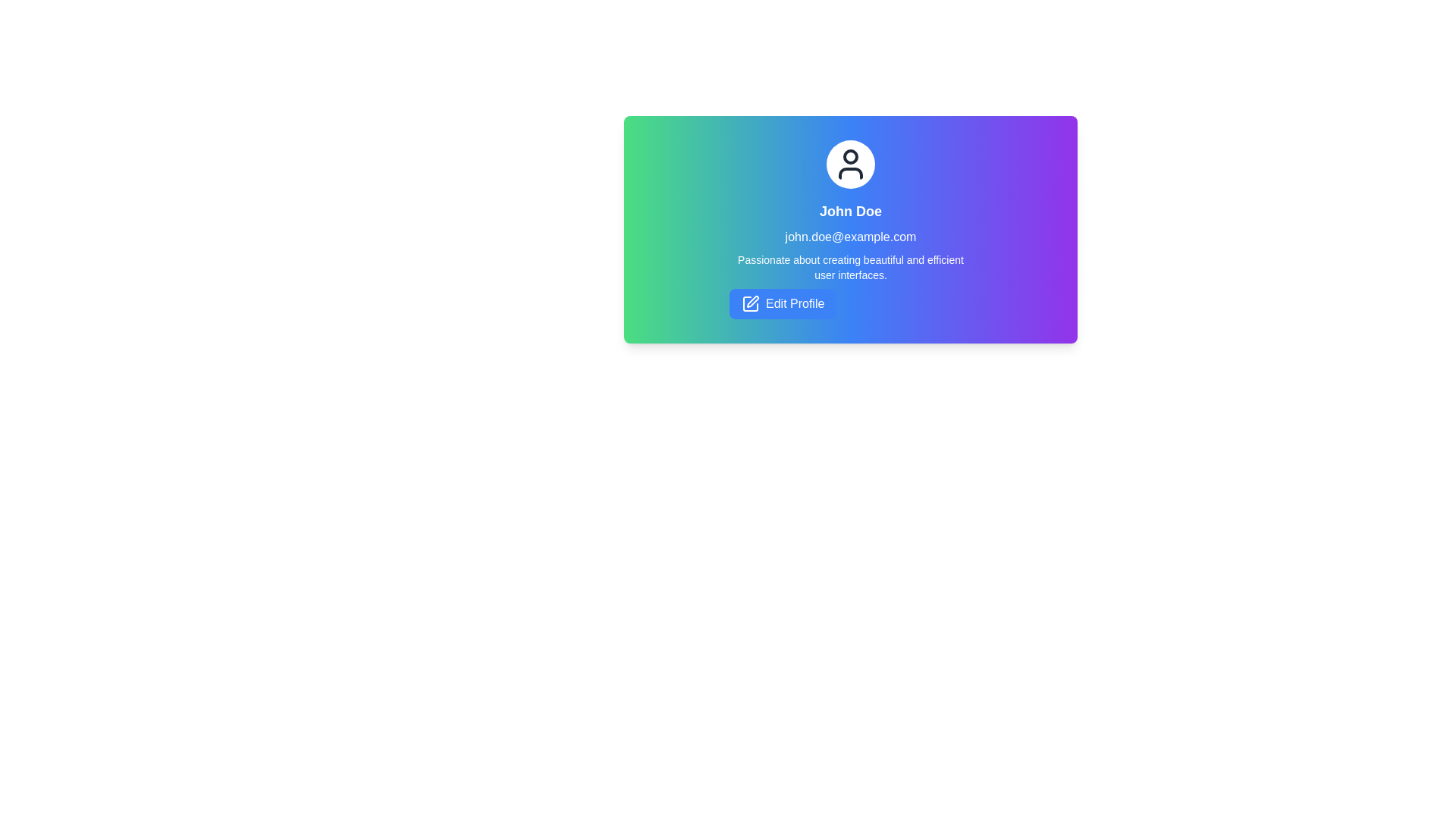  What do you see at coordinates (750, 304) in the screenshot?
I see `the white pen icon situated within the blue circular button, located adjacent to the 'Edit Profile' text below the user information section` at bounding box center [750, 304].